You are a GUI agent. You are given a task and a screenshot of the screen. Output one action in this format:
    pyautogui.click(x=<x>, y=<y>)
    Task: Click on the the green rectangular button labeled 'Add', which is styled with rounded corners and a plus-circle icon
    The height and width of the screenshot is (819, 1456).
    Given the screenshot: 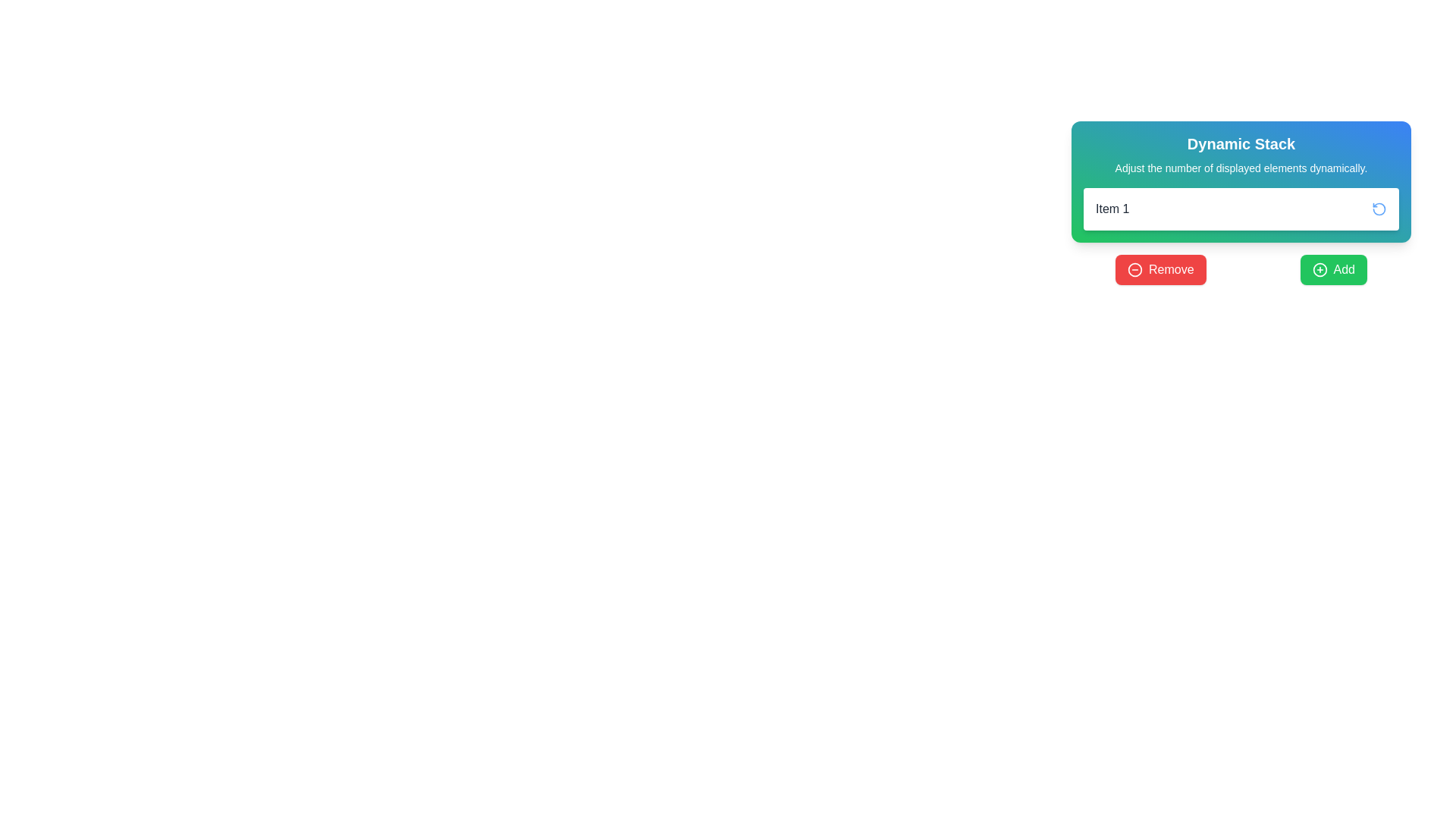 What is the action you would take?
    pyautogui.click(x=1332, y=268)
    